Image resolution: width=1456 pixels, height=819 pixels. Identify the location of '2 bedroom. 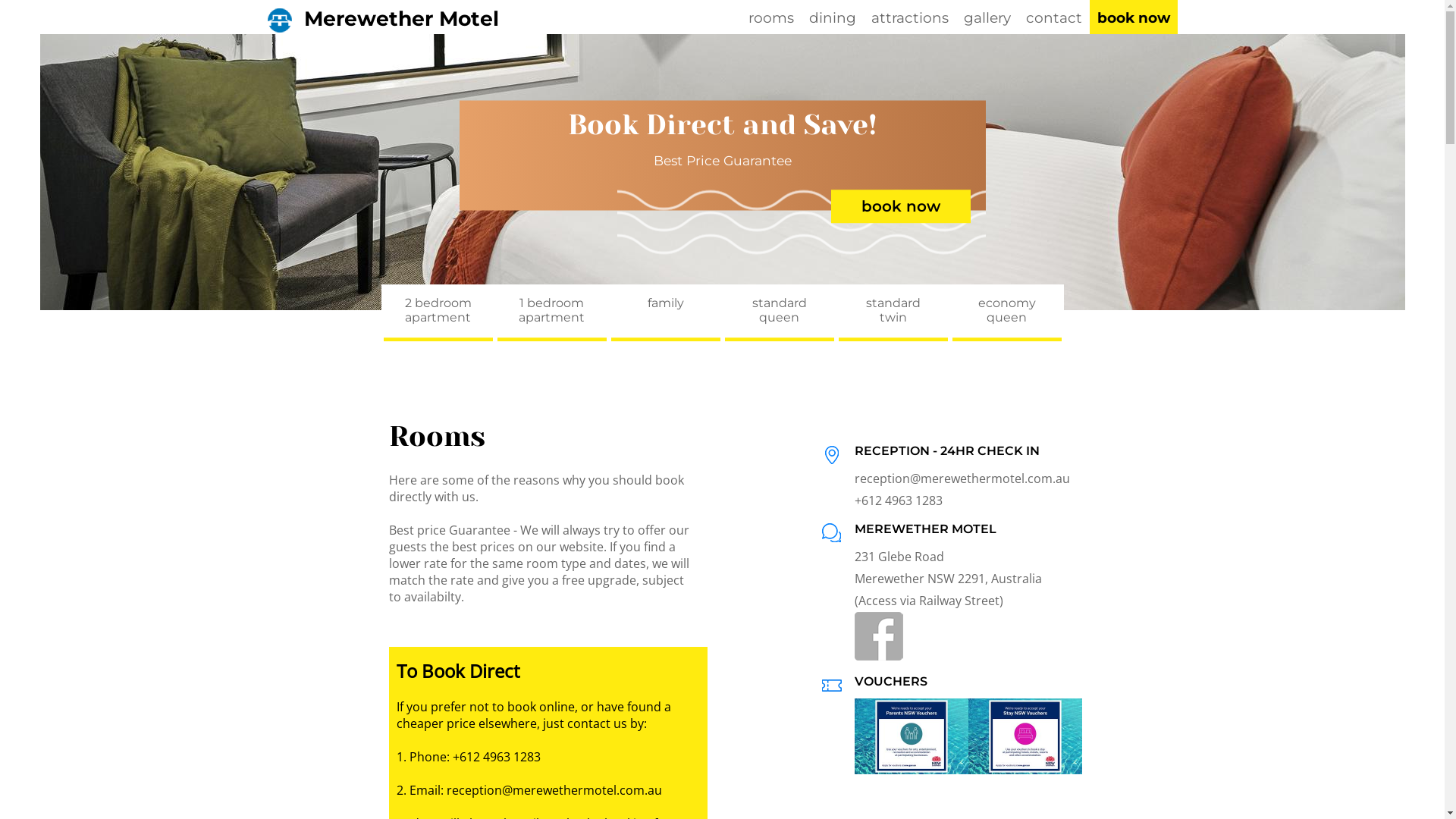
(381, 314).